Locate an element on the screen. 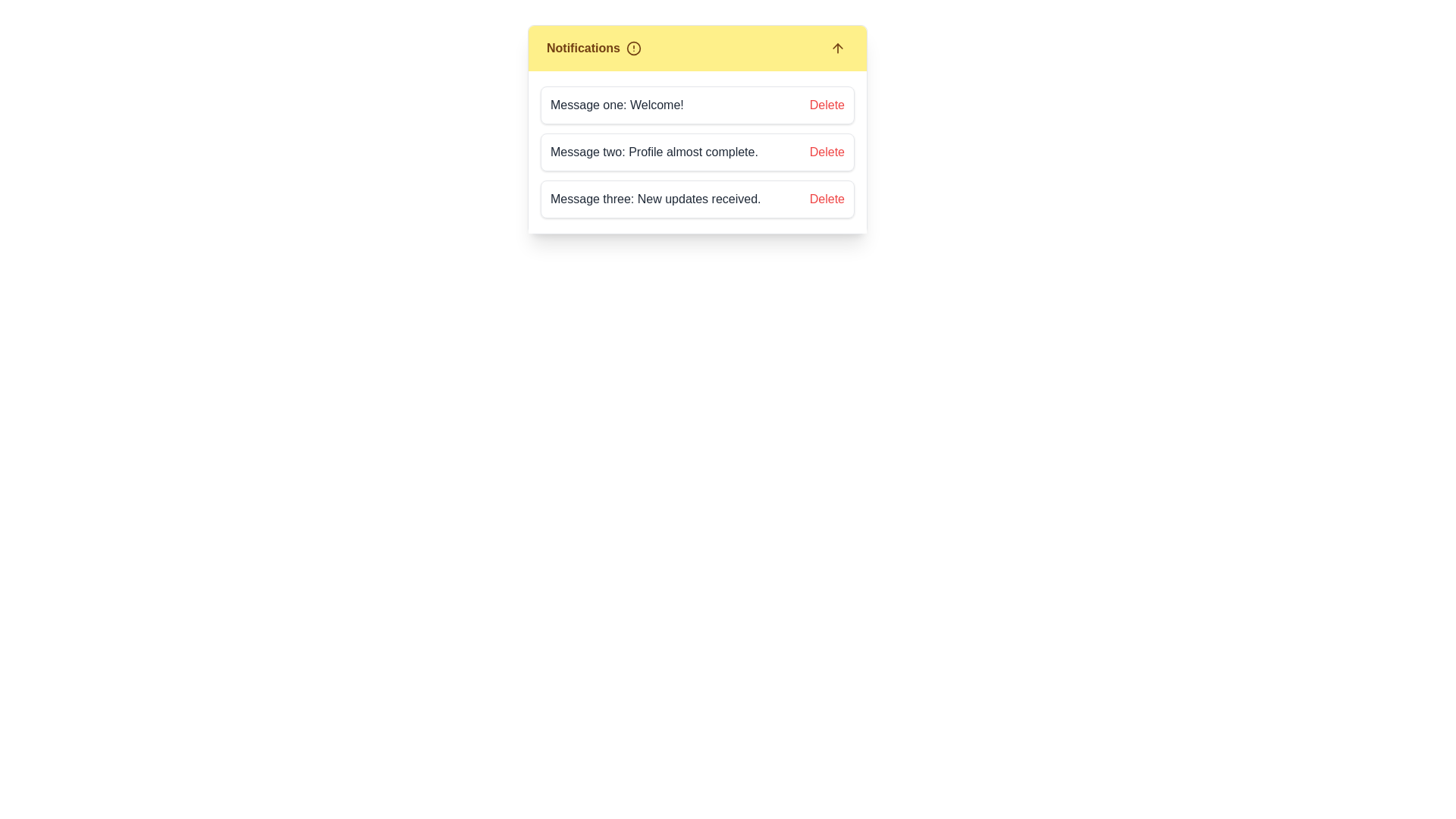 This screenshot has height=819, width=1456. the static text label displaying 'Message three: New updates received.' in the notification panel, which is the third item in the list is located at coordinates (658, 198).